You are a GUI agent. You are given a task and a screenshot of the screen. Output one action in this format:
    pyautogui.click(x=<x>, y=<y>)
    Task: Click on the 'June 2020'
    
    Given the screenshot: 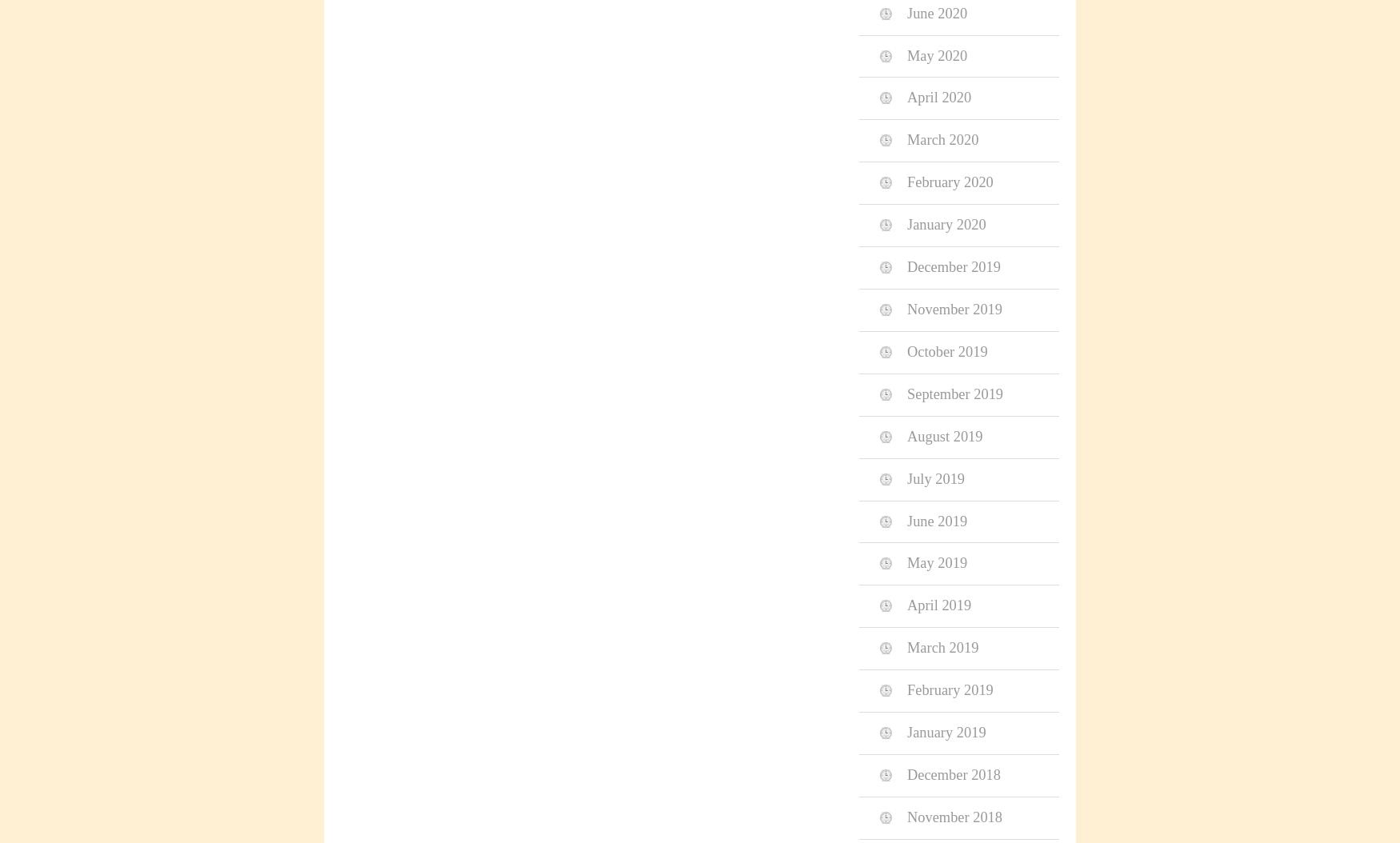 What is the action you would take?
    pyautogui.click(x=936, y=13)
    